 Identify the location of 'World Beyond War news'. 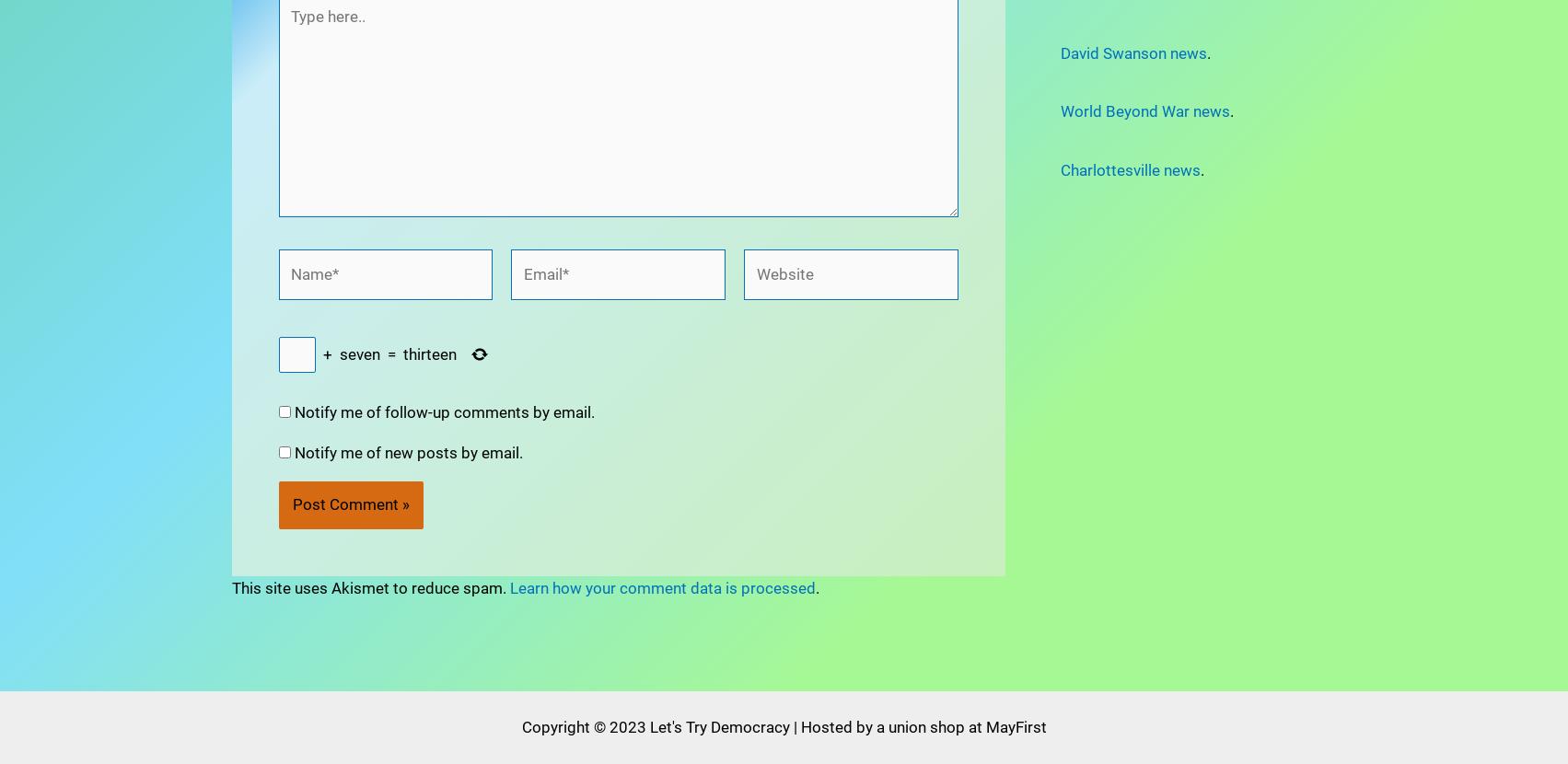
(1144, 111).